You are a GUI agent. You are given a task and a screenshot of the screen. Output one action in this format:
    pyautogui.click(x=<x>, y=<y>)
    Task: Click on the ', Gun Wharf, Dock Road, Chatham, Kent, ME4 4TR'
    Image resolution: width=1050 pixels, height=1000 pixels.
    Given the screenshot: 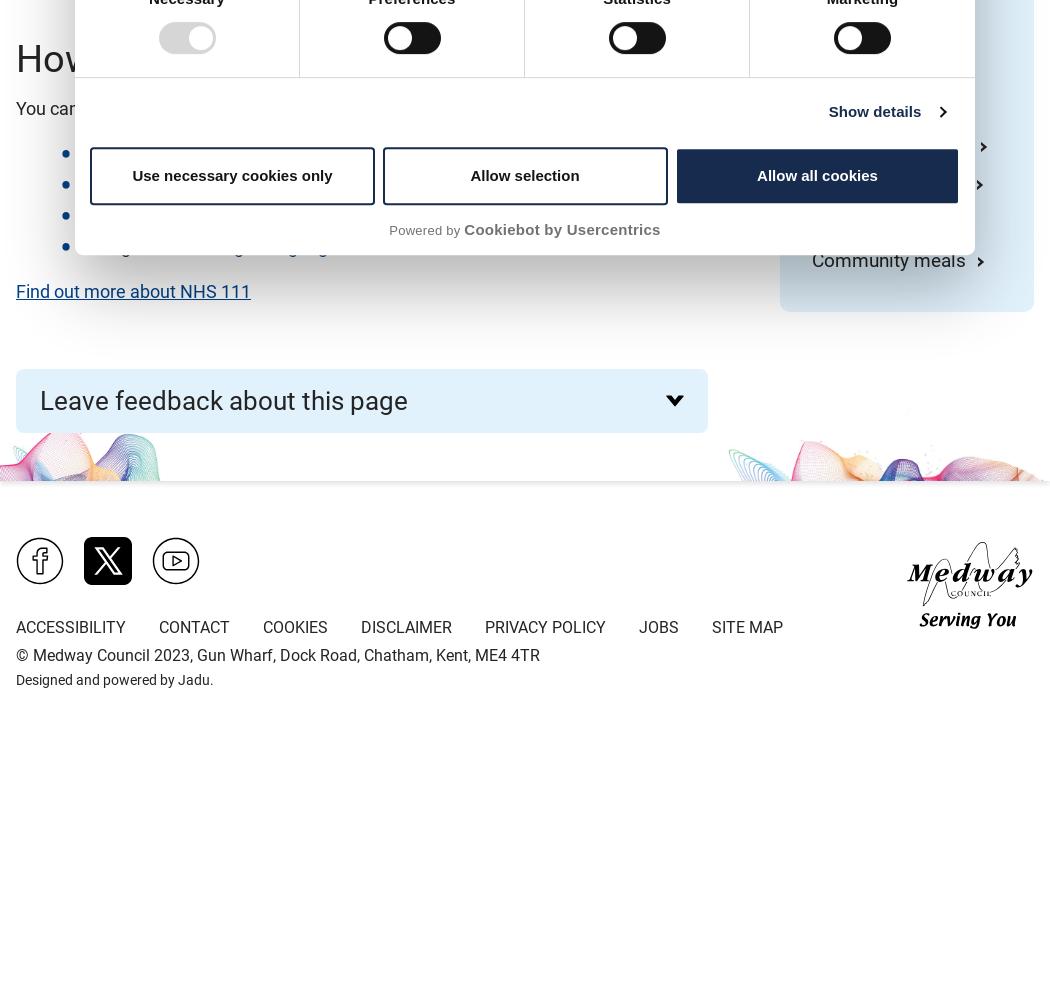 What is the action you would take?
    pyautogui.click(x=363, y=655)
    